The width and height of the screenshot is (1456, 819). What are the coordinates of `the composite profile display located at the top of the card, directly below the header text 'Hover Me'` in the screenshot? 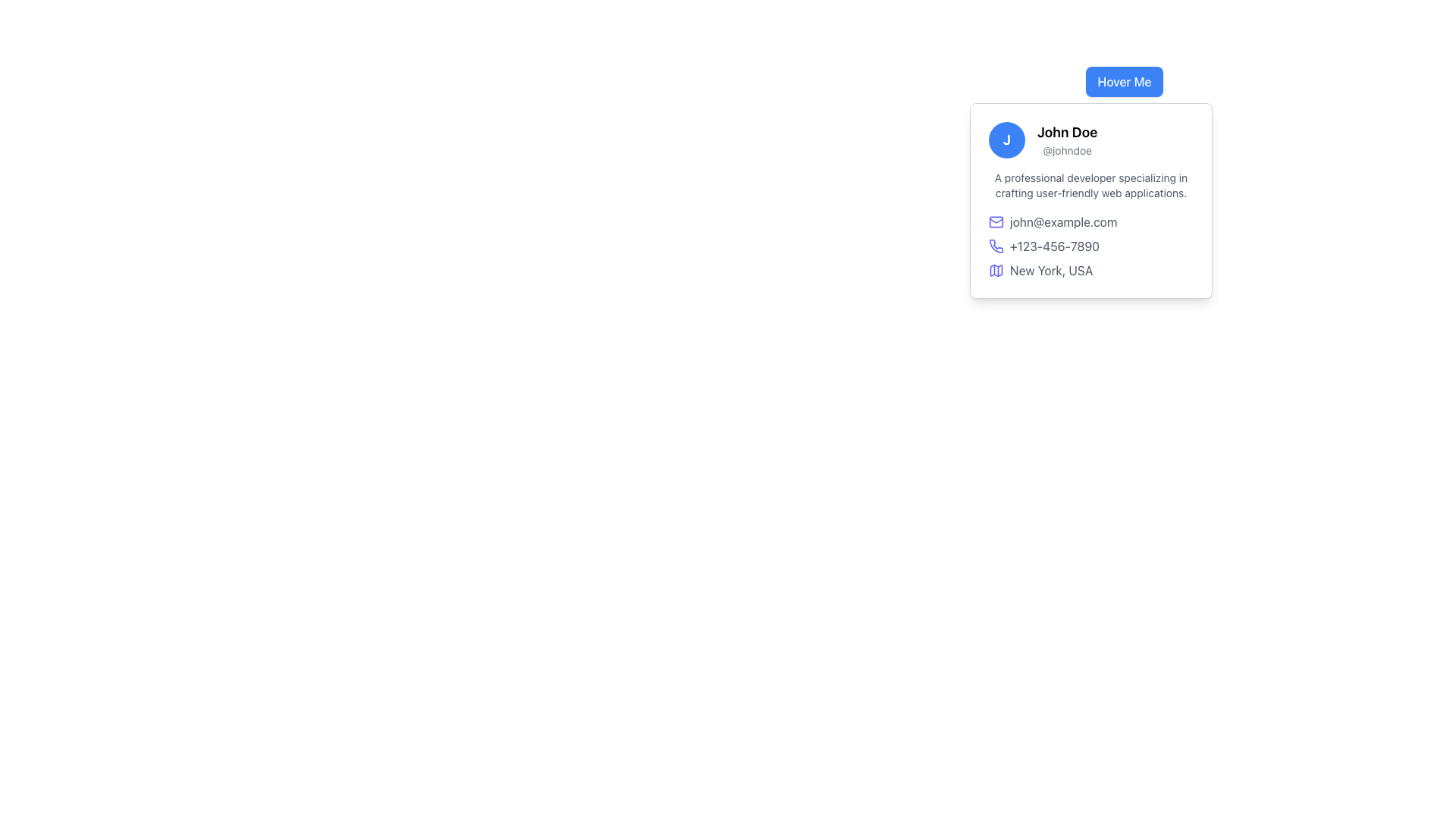 It's located at (1090, 140).